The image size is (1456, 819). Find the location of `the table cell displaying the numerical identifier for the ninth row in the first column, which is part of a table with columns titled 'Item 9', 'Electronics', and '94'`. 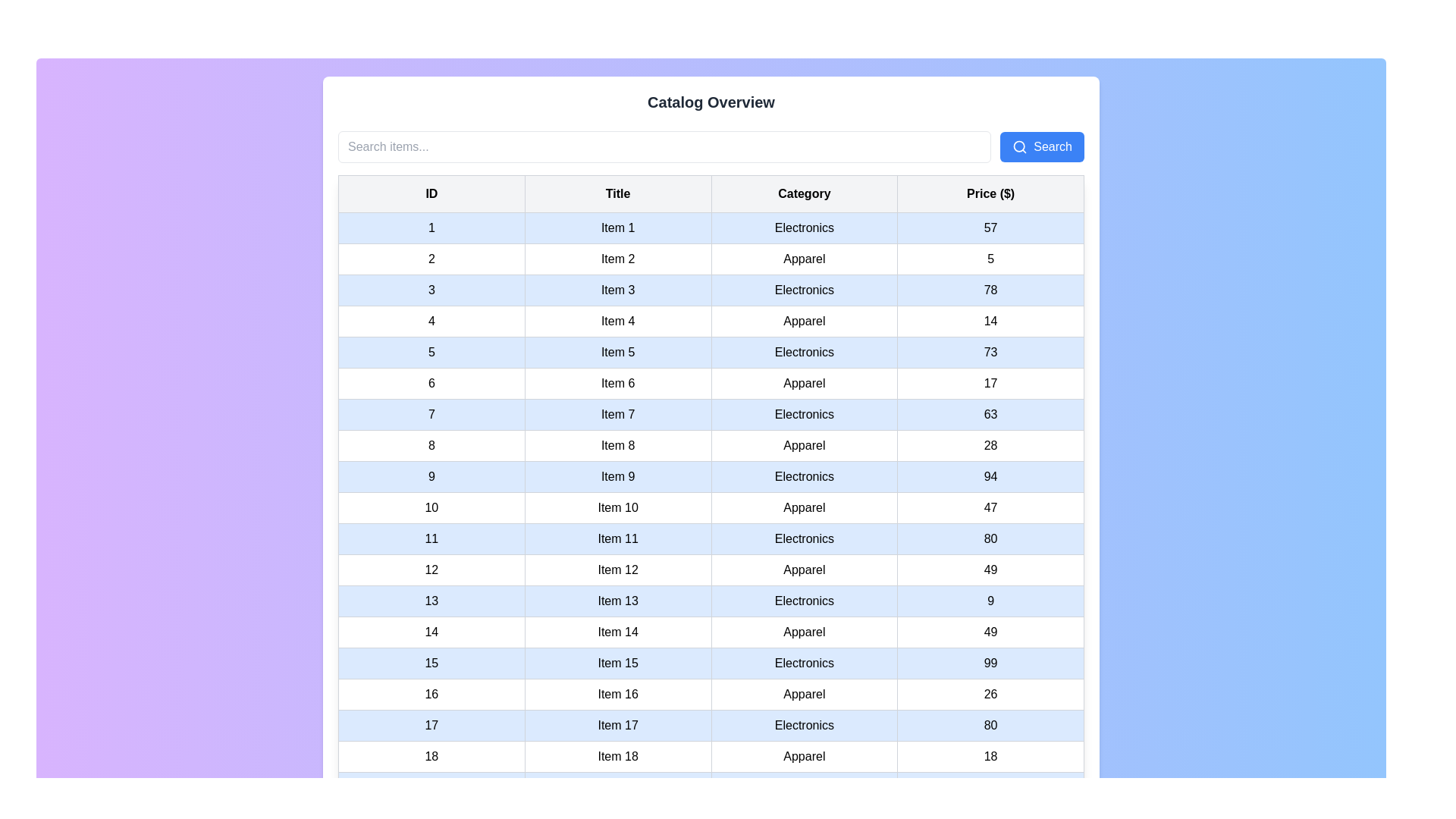

the table cell displaying the numerical identifier for the ninth row in the first column, which is part of a table with columns titled 'Item 9', 'Electronics', and '94' is located at coordinates (431, 475).